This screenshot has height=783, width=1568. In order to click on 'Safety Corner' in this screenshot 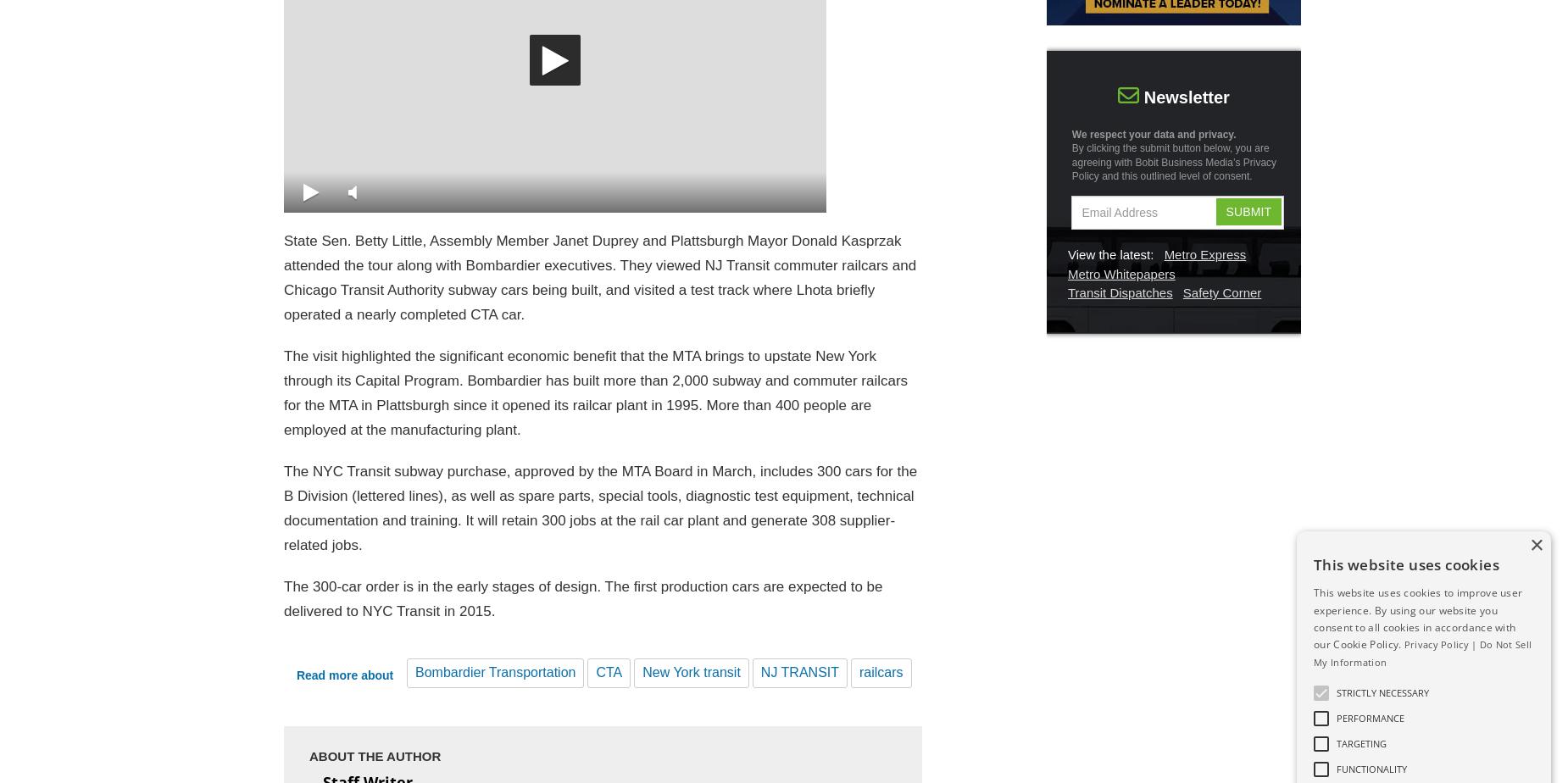, I will do `click(1221, 292)`.